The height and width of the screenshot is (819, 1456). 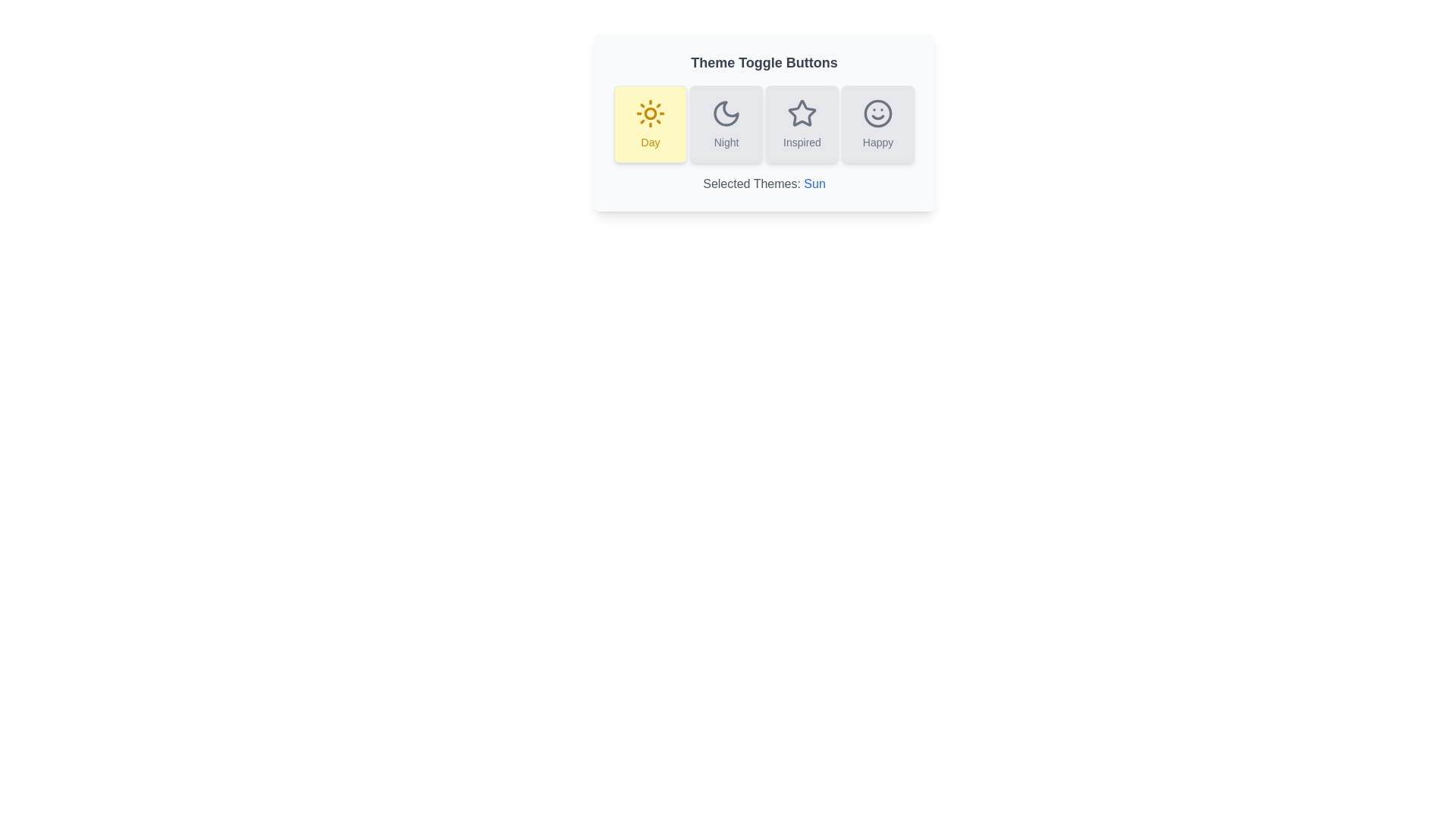 I want to click on the sun icon located within the 'Day' button, displayed in bright yellow with a circular center and linear rays extending outward, so click(x=651, y=113).